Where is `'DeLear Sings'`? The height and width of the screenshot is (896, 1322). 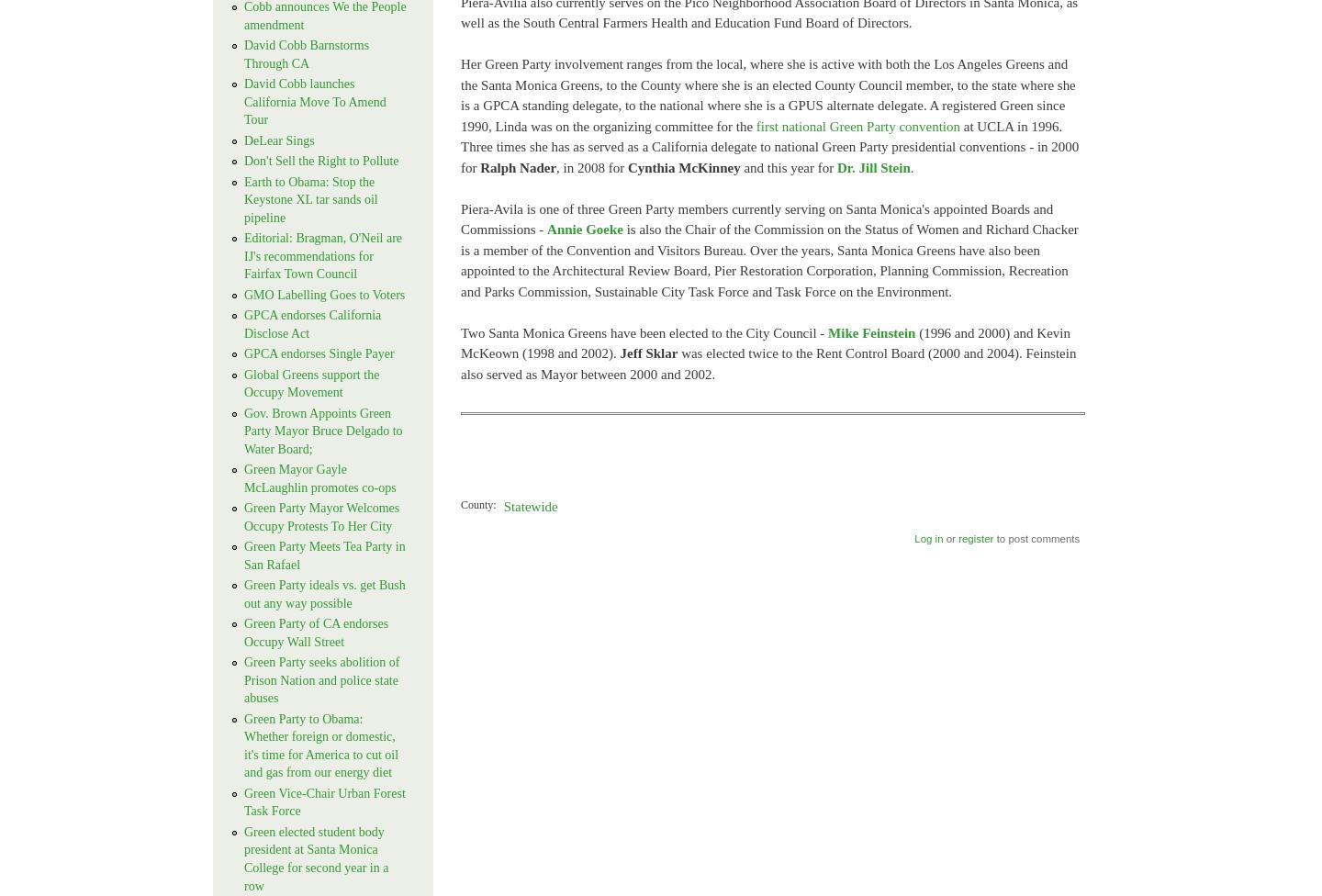
'DeLear Sings' is located at coordinates (278, 139).